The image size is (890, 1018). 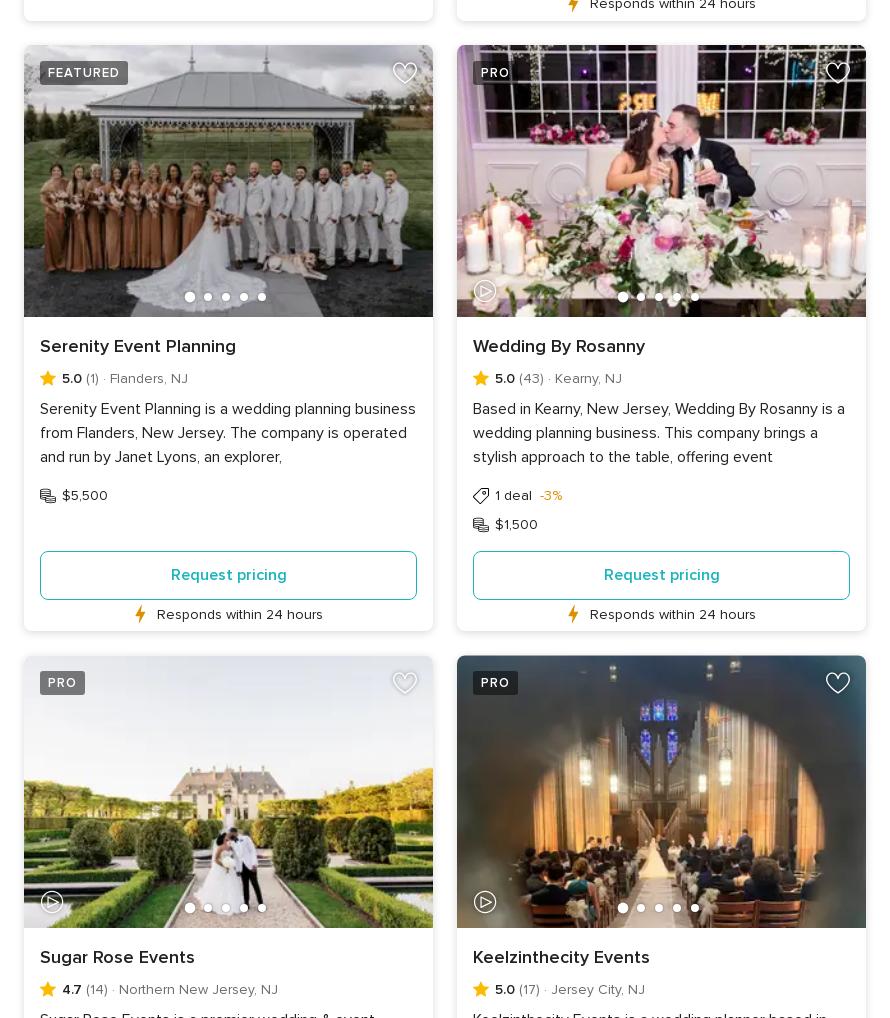 I want to click on '1 deal', so click(x=494, y=495).